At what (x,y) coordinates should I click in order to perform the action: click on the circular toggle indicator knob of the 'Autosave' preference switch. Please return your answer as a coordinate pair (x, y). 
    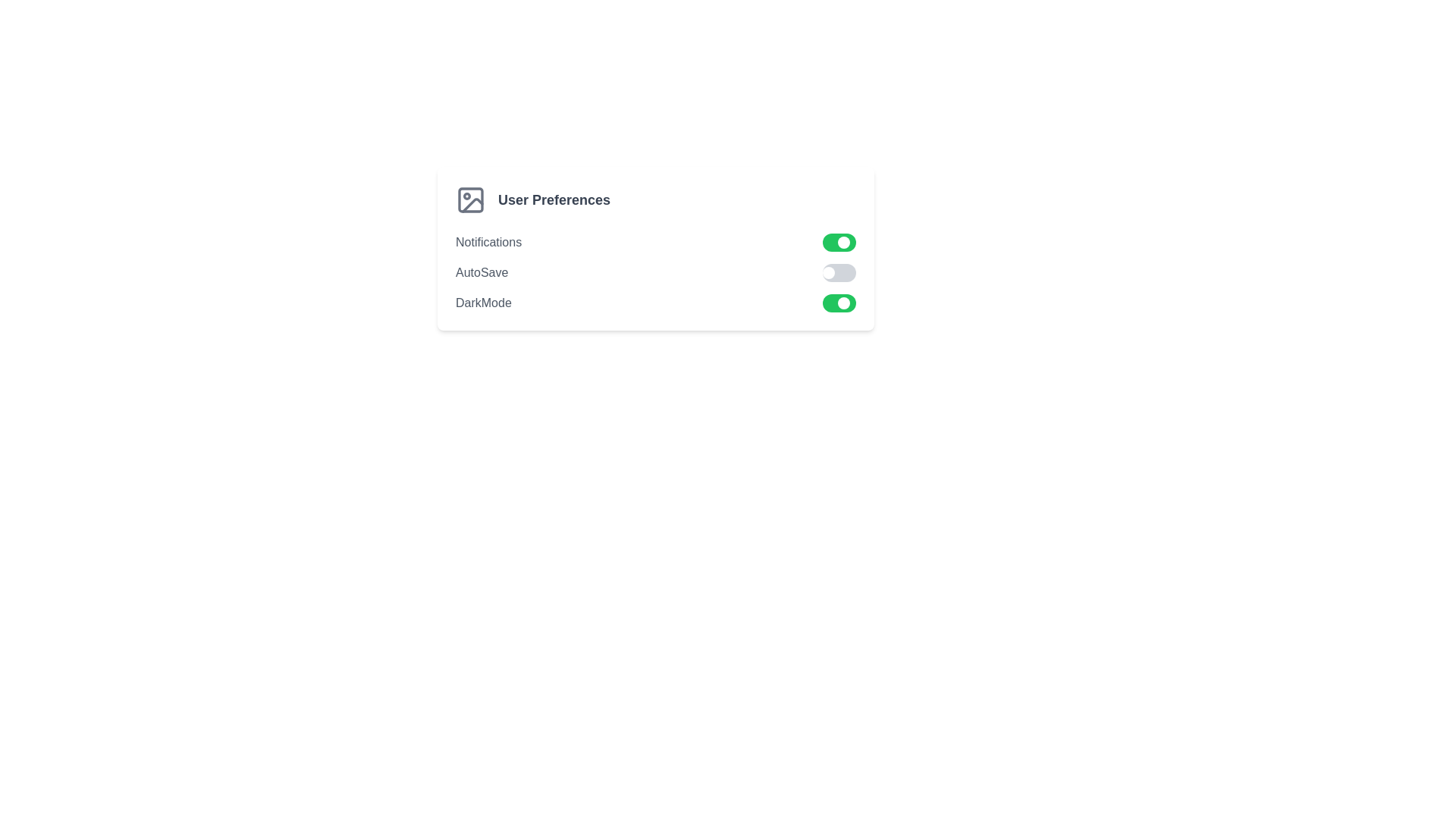
    Looking at the image, I should click on (828, 271).